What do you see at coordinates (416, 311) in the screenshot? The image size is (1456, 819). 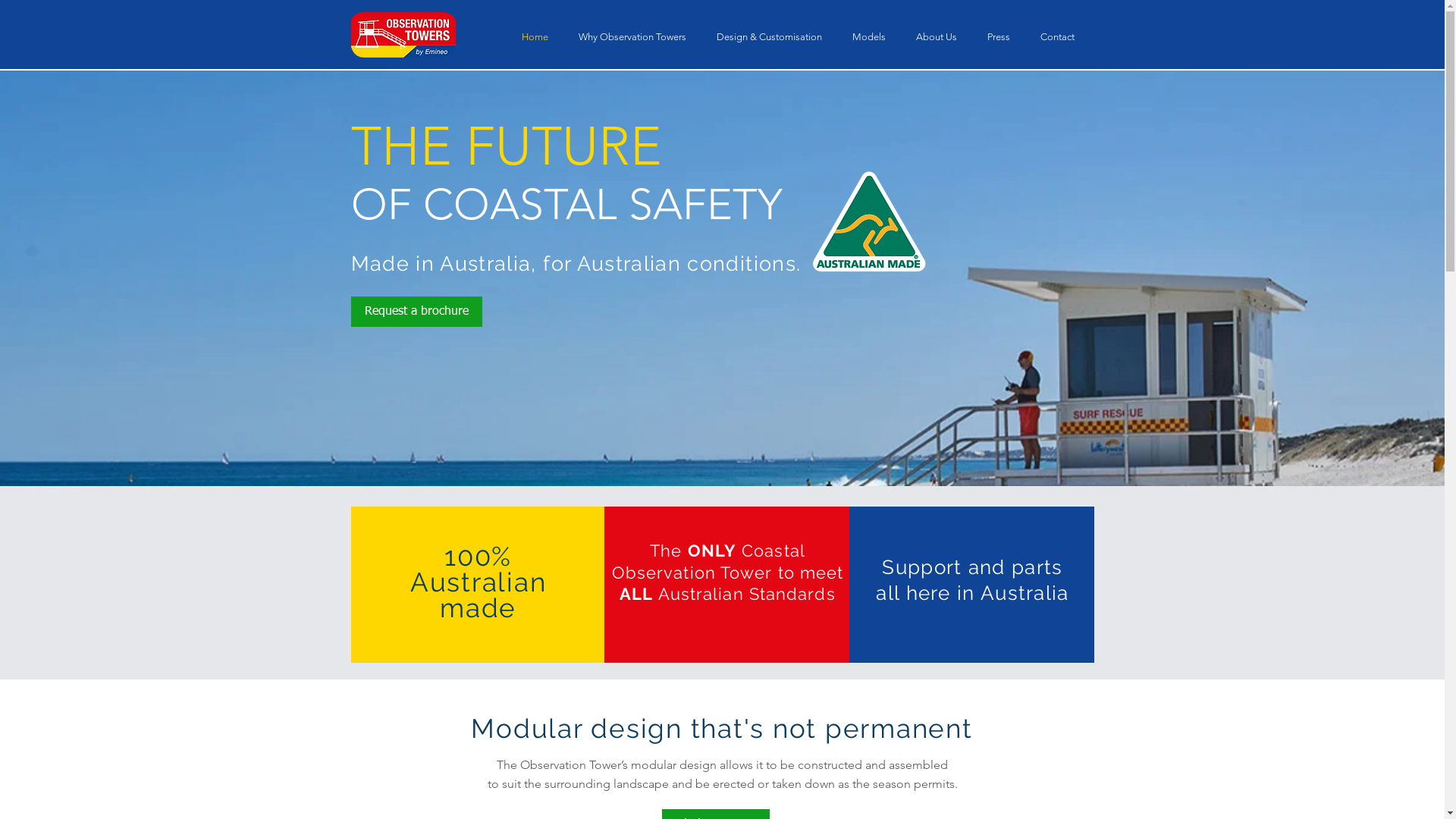 I see `'Request a brochure'` at bounding box center [416, 311].